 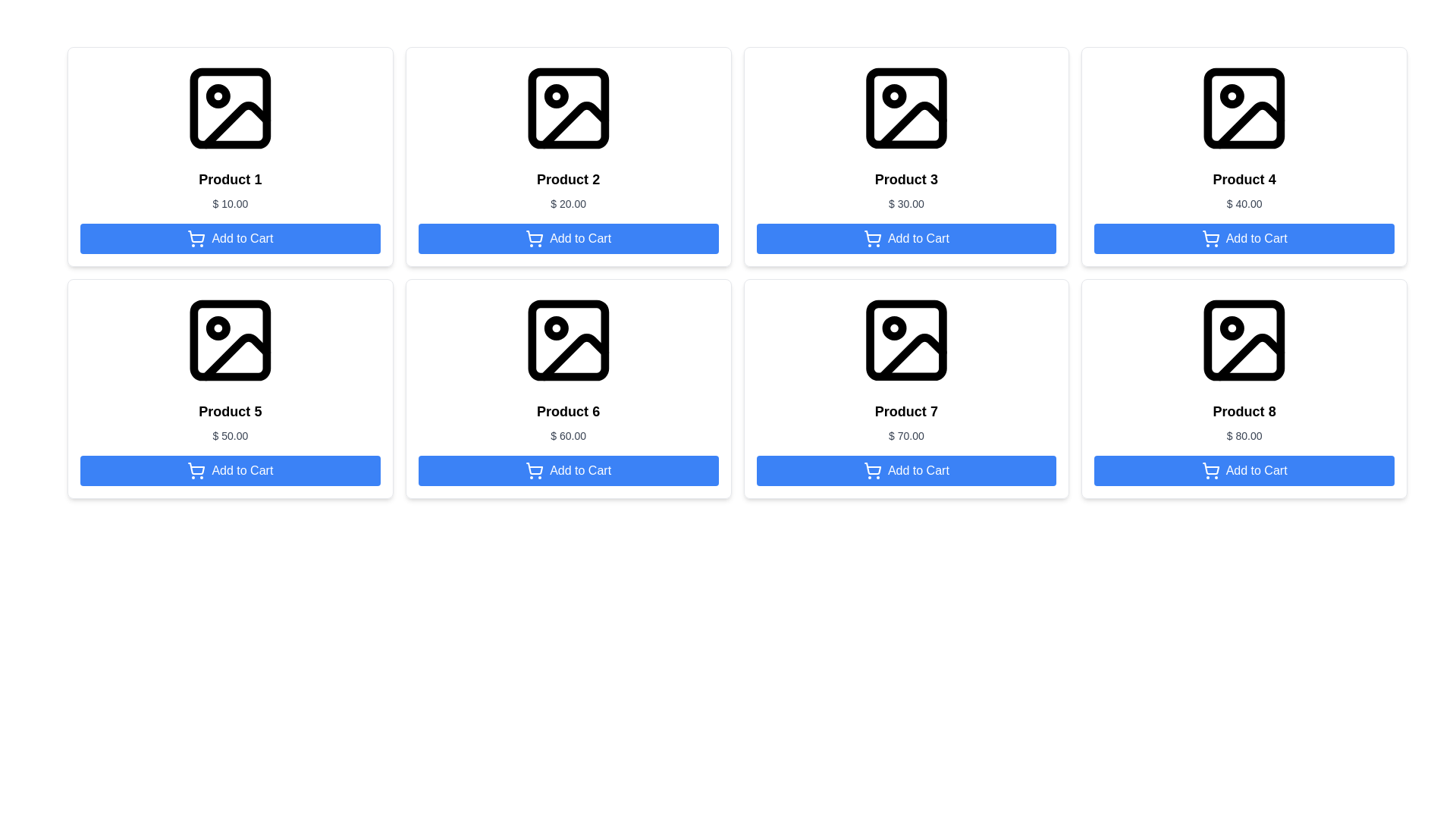 What do you see at coordinates (872, 239) in the screenshot?
I see `the 'Add to Cart' icon preceding the text within the button of the 'Product 3' card located in the second column of the first row` at bounding box center [872, 239].